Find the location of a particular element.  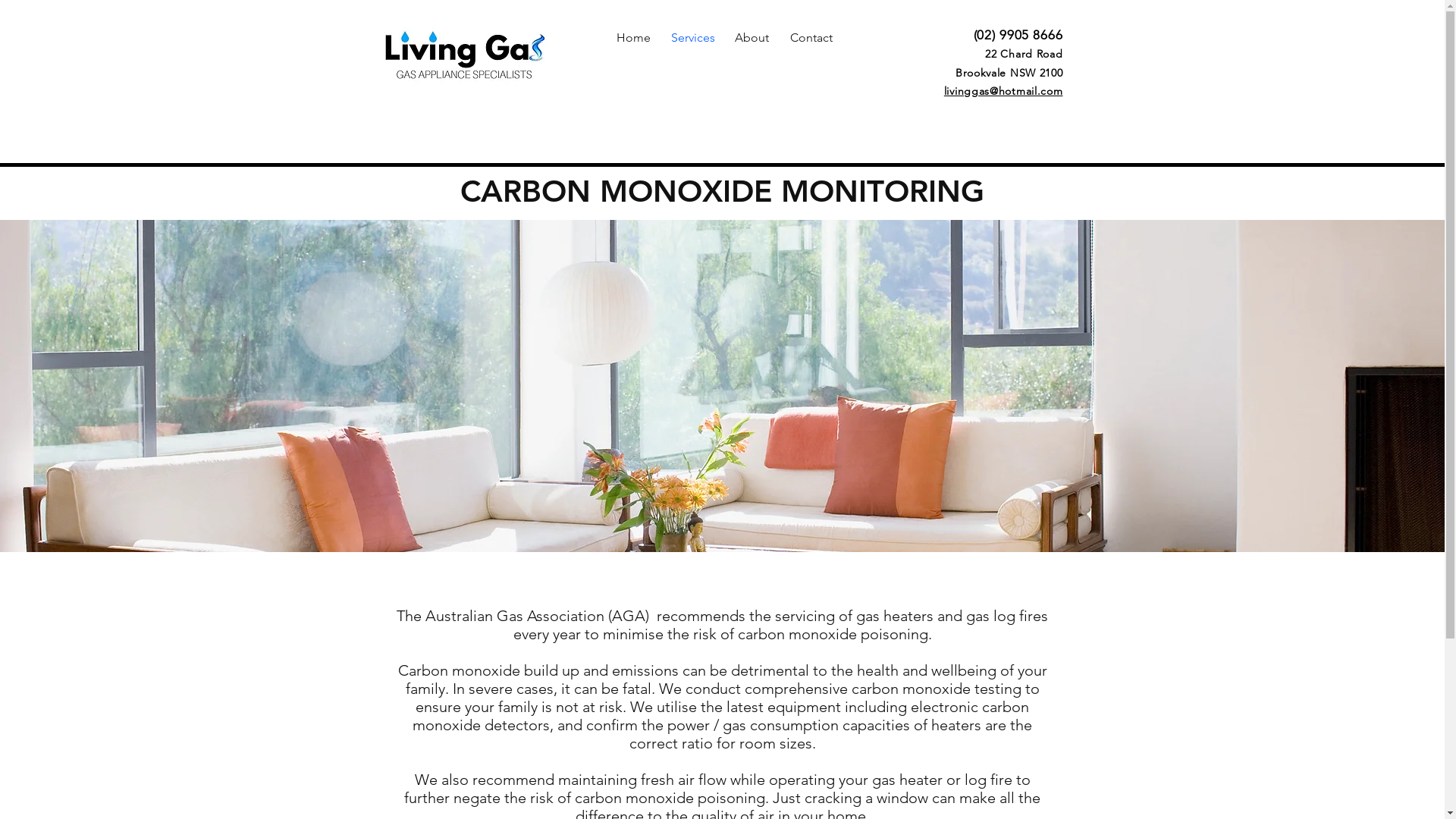

'livinggas@hotmail.com' is located at coordinates (1003, 90).